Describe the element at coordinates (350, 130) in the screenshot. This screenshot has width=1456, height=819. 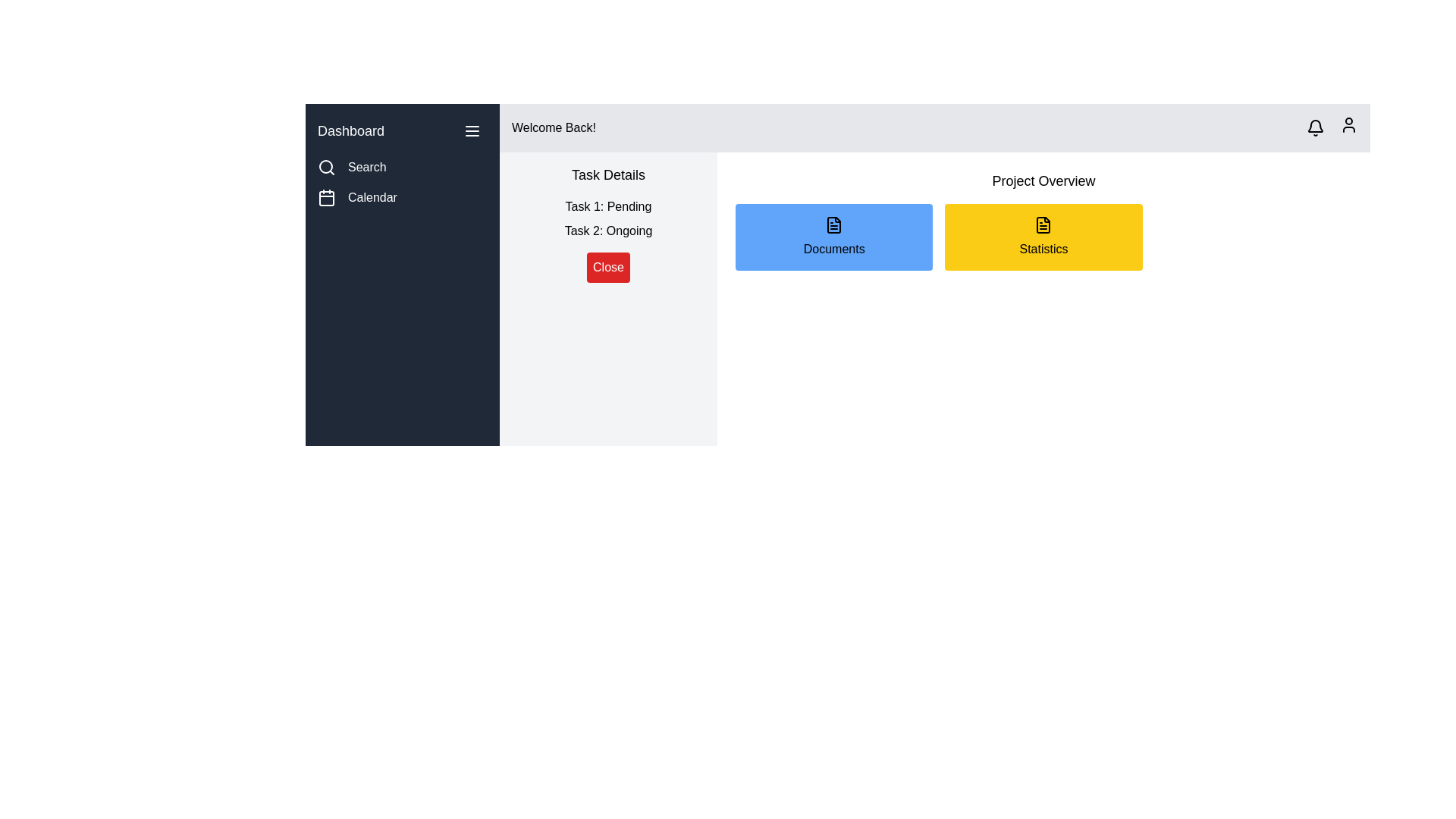
I see `text label displaying 'Dashboard' in bold white font located at the top-left corner of the vertical sidebar` at that location.